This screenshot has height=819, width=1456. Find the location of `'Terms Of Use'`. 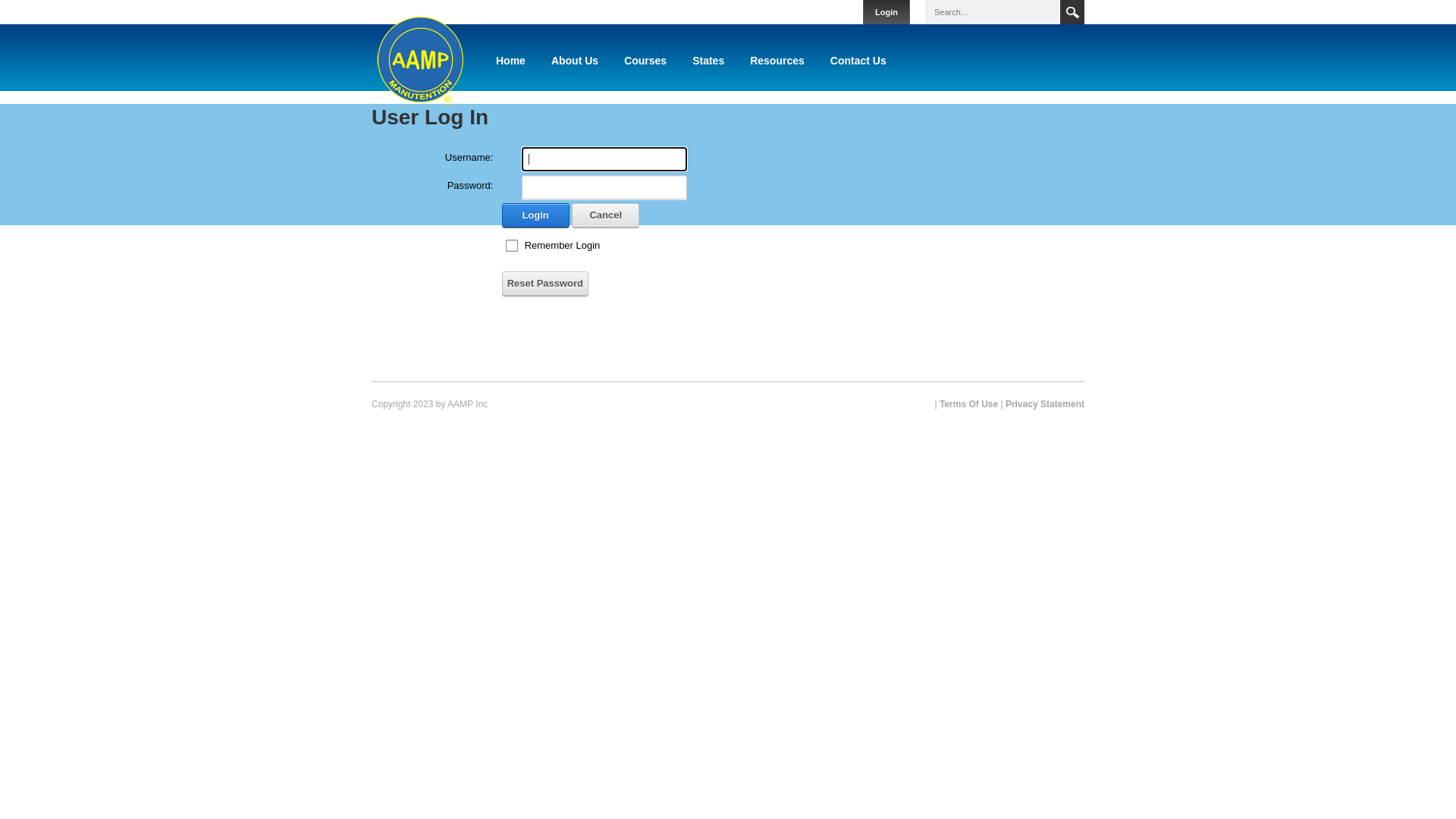

'Terms Of Use' is located at coordinates (968, 403).